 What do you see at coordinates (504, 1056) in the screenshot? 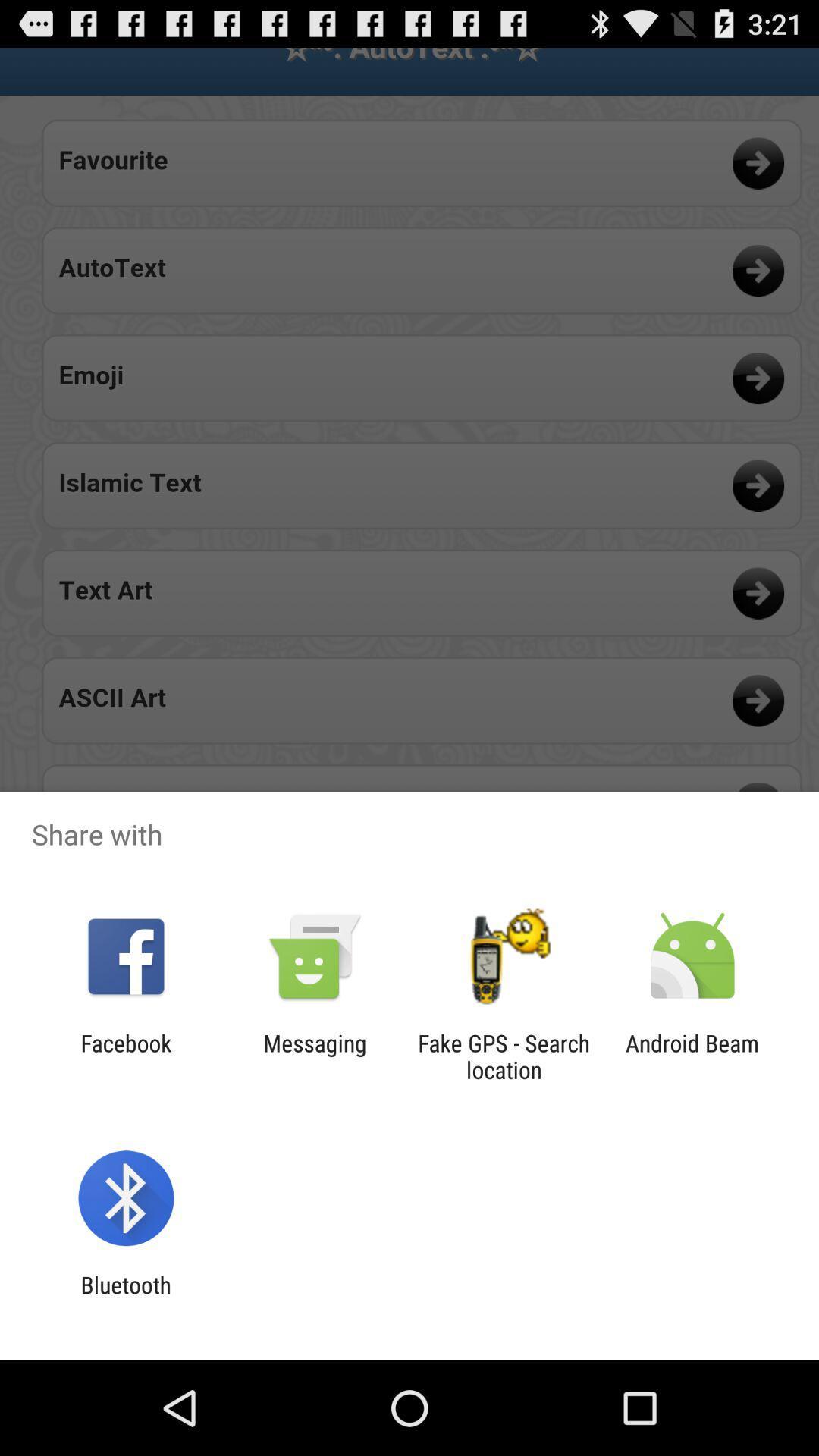
I see `fake gps search icon` at bounding box center [504, 1056].